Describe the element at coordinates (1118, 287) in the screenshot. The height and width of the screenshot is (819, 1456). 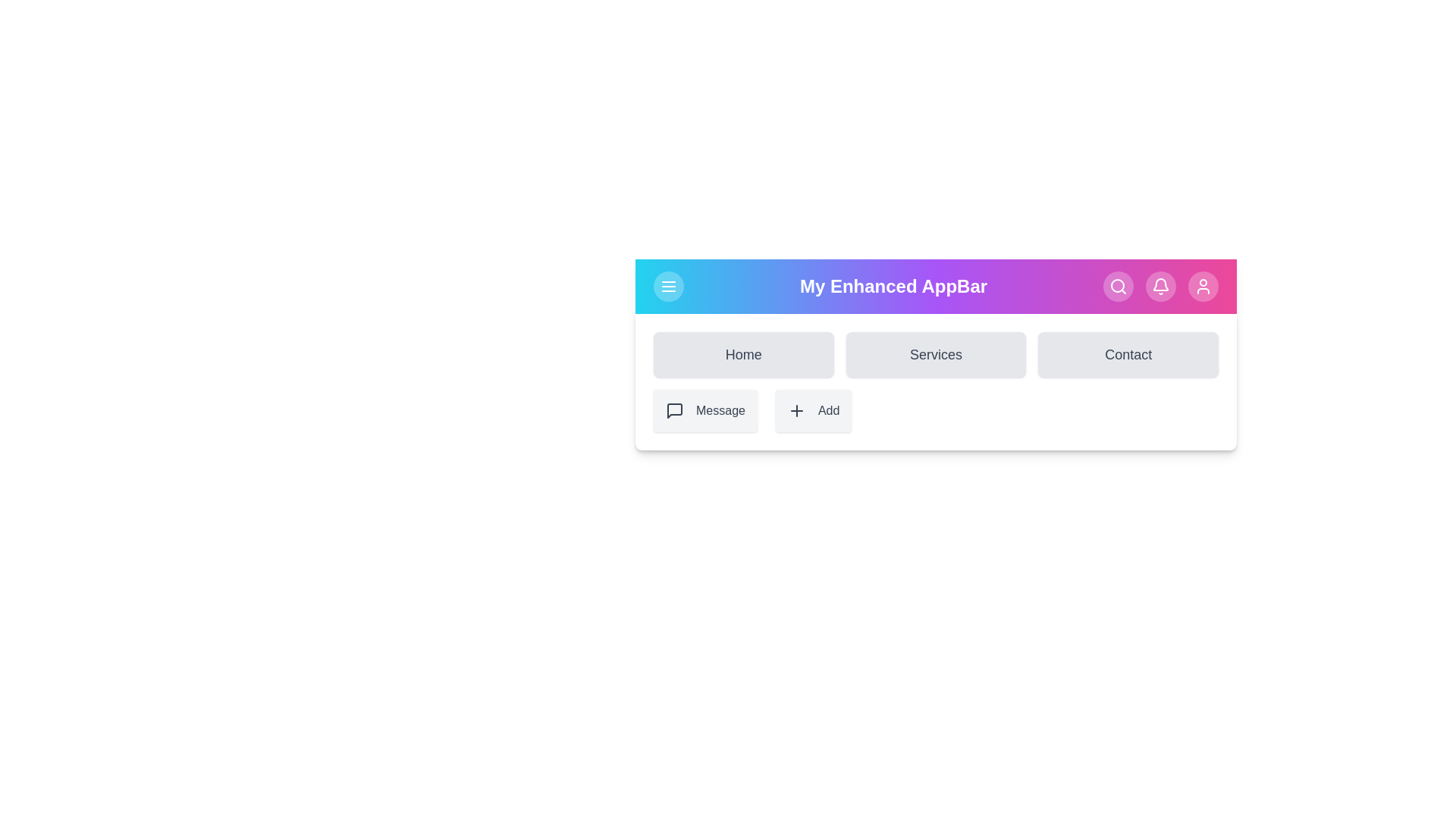
I see `the toolbar icon Search to perform its associated action` at that location.